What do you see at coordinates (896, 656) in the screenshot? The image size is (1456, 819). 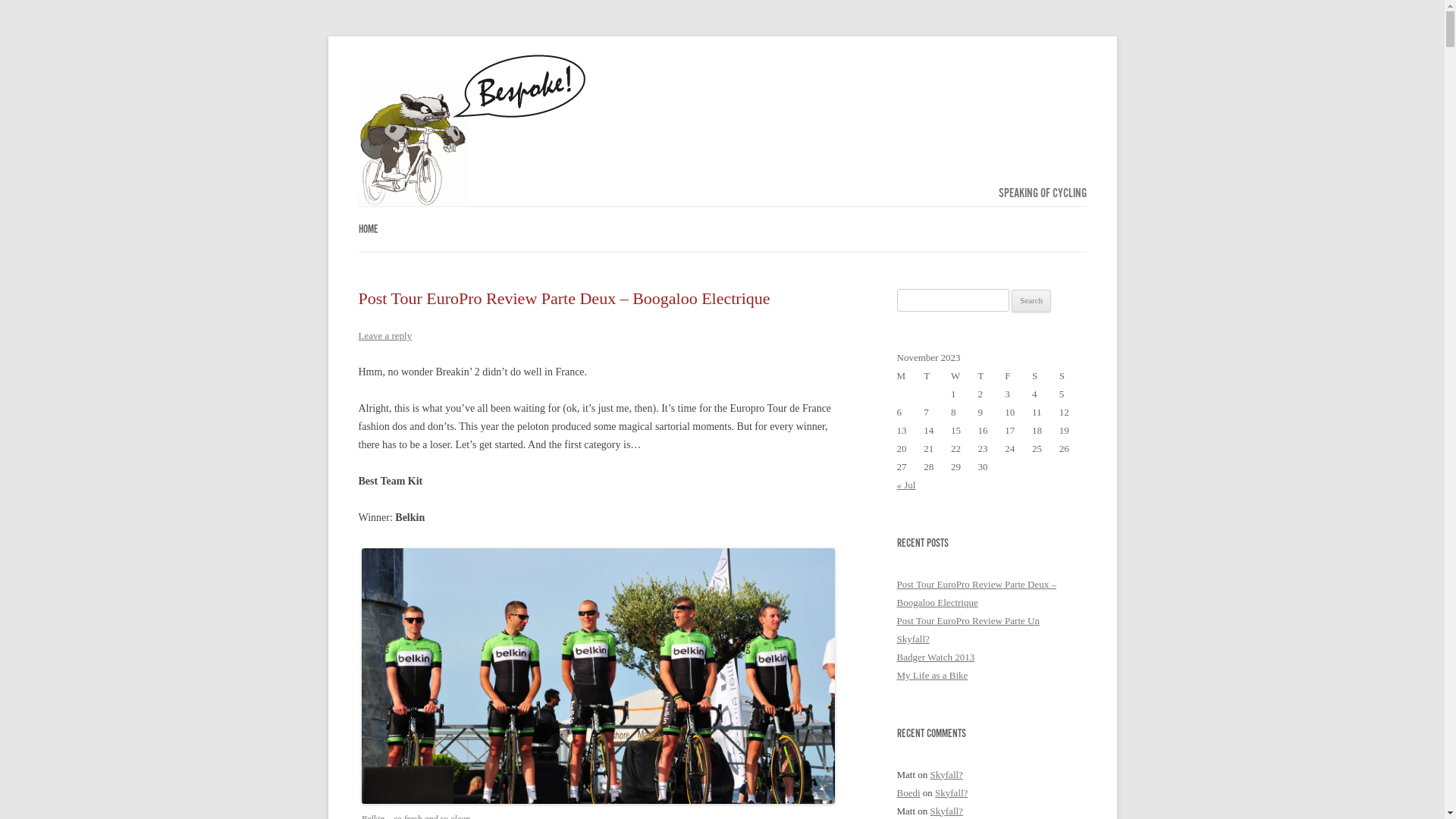 I see `'Badger Watch 2013'` at bounding box center [896, 656].